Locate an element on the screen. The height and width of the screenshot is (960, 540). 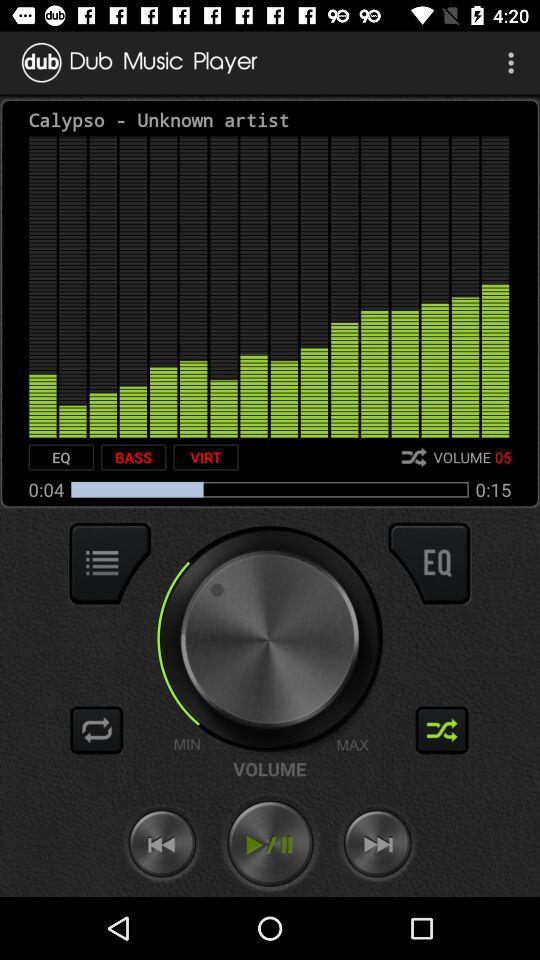
random option is located at coordinates (442, 729).